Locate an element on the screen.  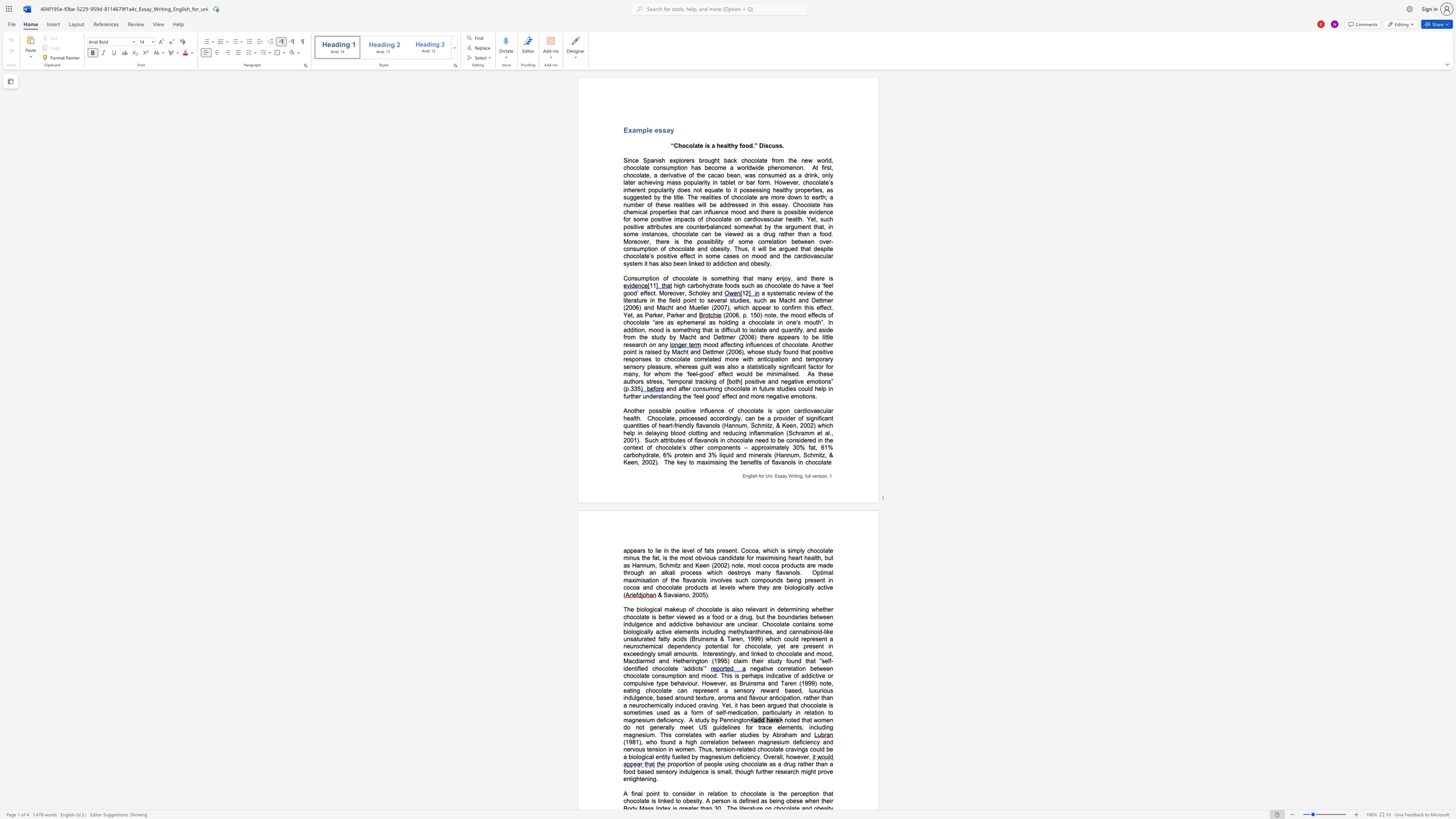
the subset text "uence mood and" within the text "emical properties that can influence mood and there is" is located at coordinates (711, 211).